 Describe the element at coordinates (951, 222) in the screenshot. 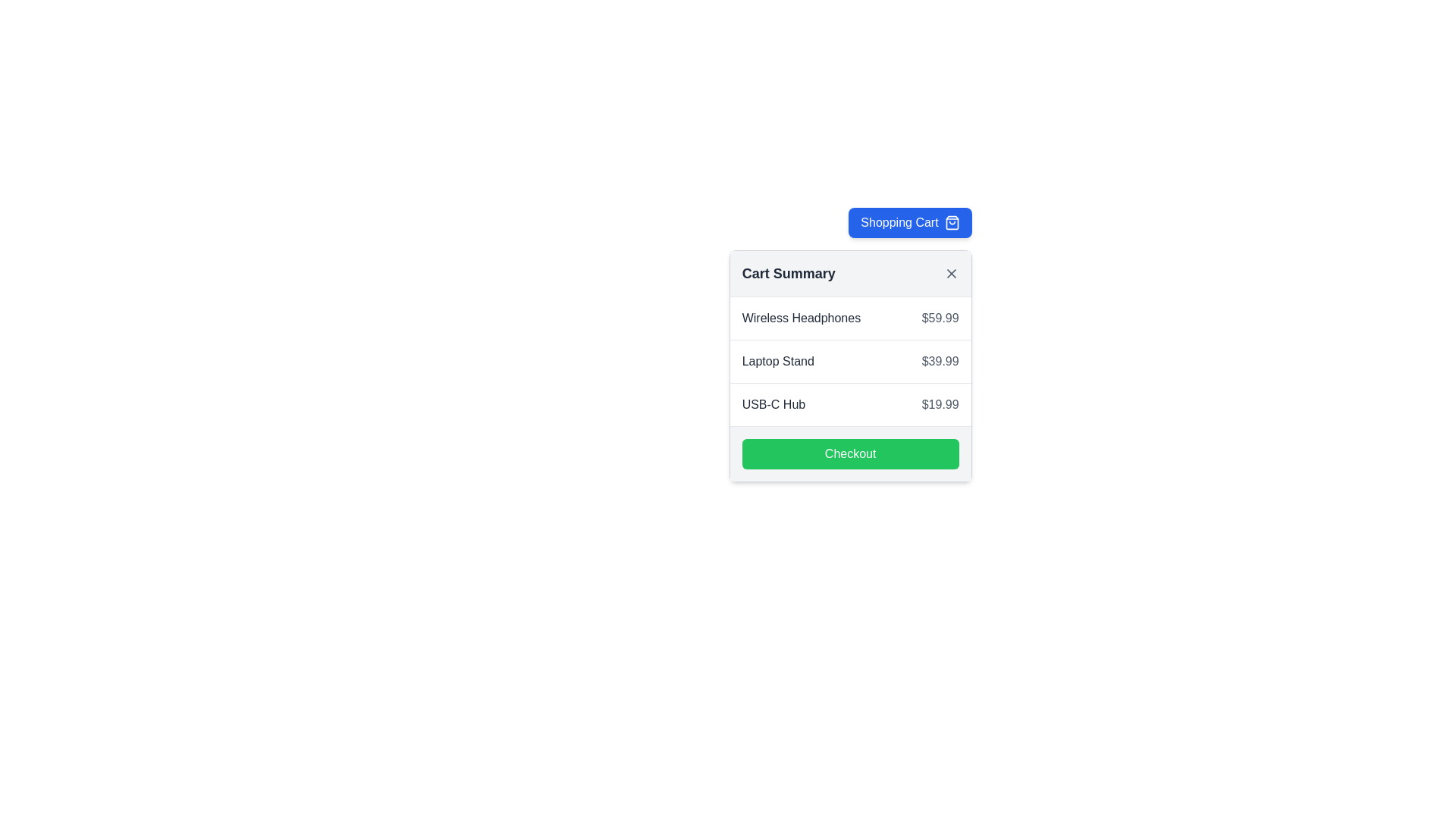

I see `the shopping bag icon located within the 'Shopping Cart' button` at that location.